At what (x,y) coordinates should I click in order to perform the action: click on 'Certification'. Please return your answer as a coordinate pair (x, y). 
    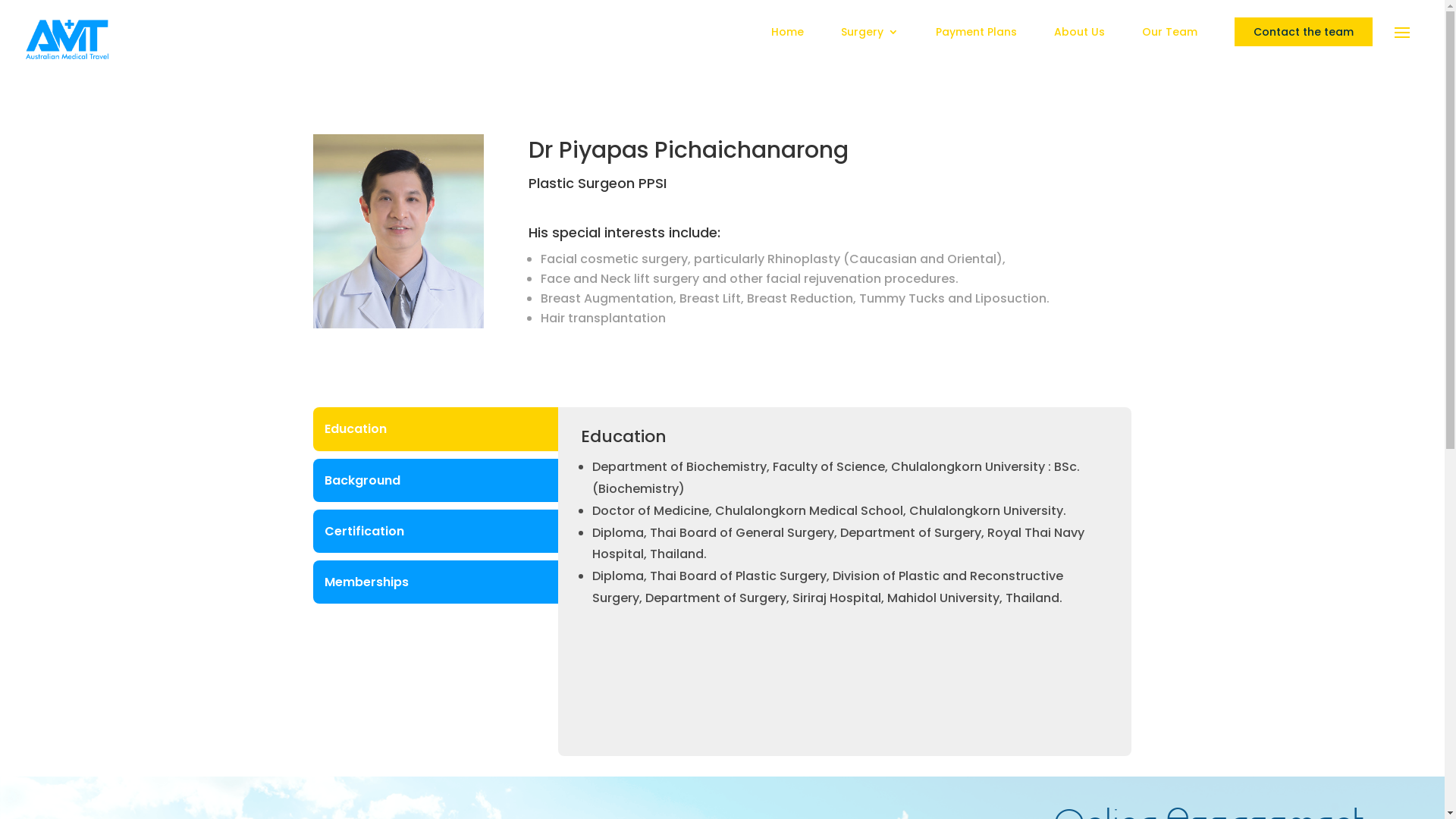
    Looking at the image, I should click on (435, 530).